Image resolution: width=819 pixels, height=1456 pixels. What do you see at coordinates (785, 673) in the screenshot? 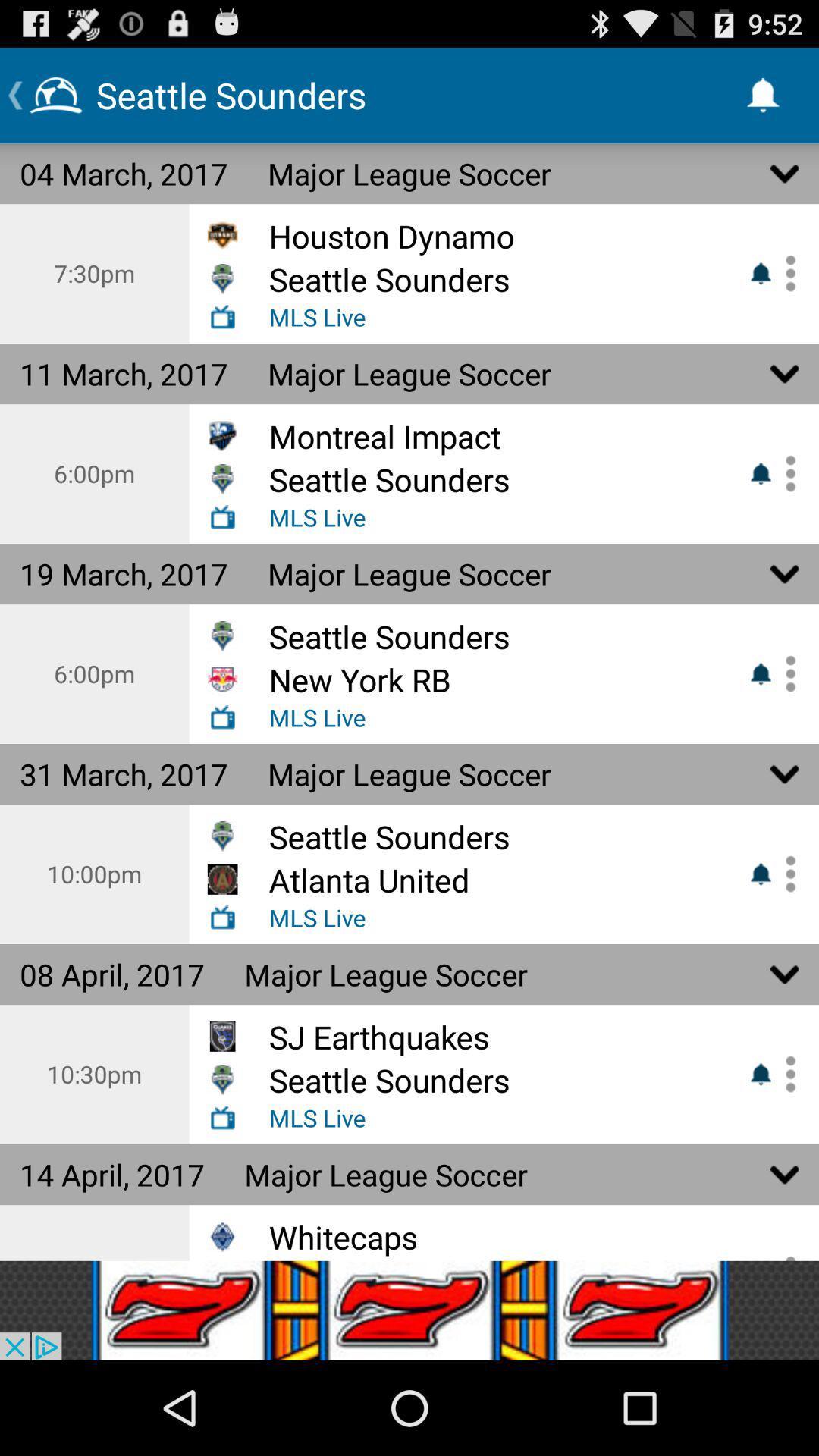
I see `customise` at bounding box center [785, 673].